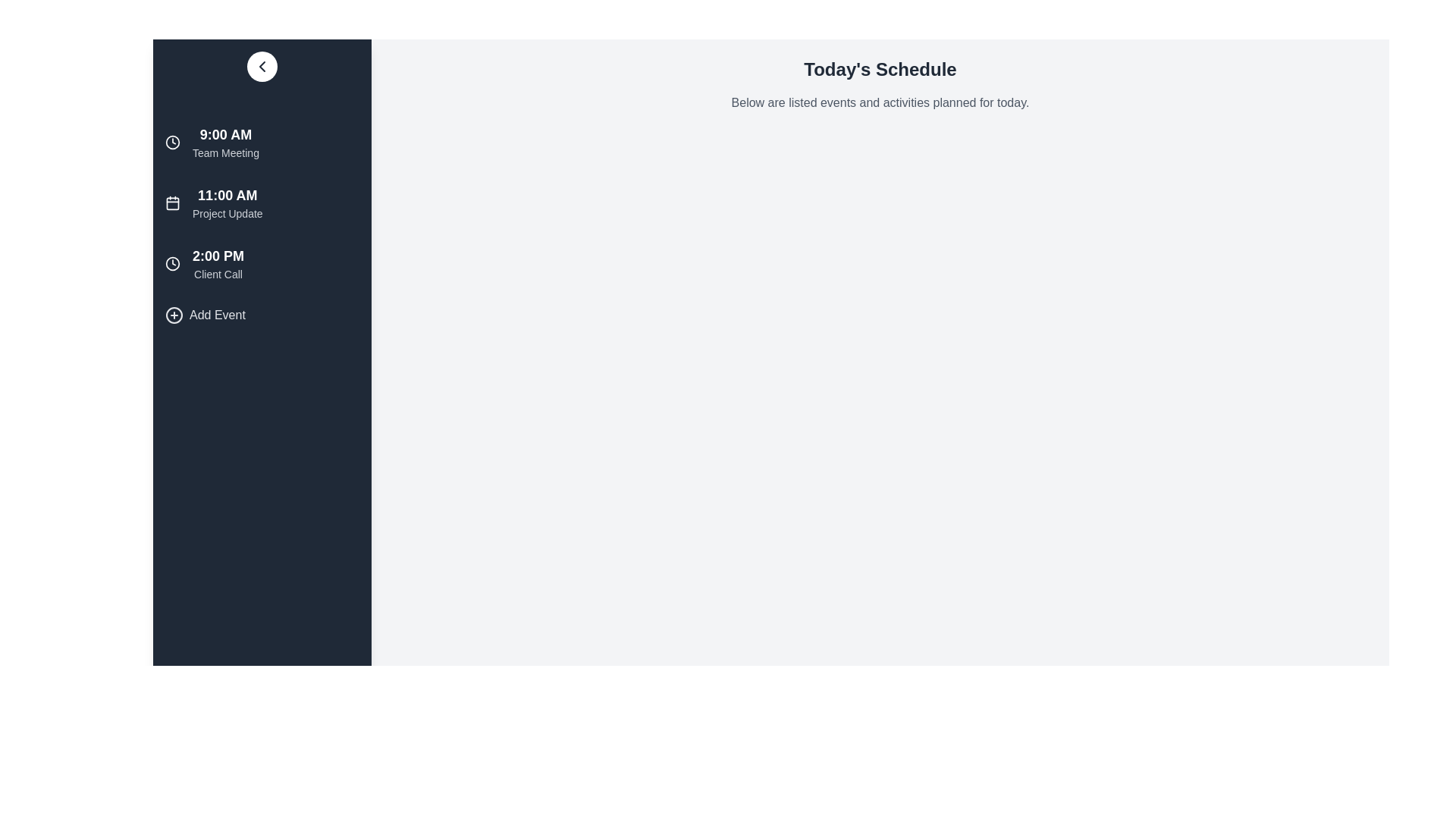  I want to click on the 'Add Event' button to initiate adding a new event, so click(204, 315).